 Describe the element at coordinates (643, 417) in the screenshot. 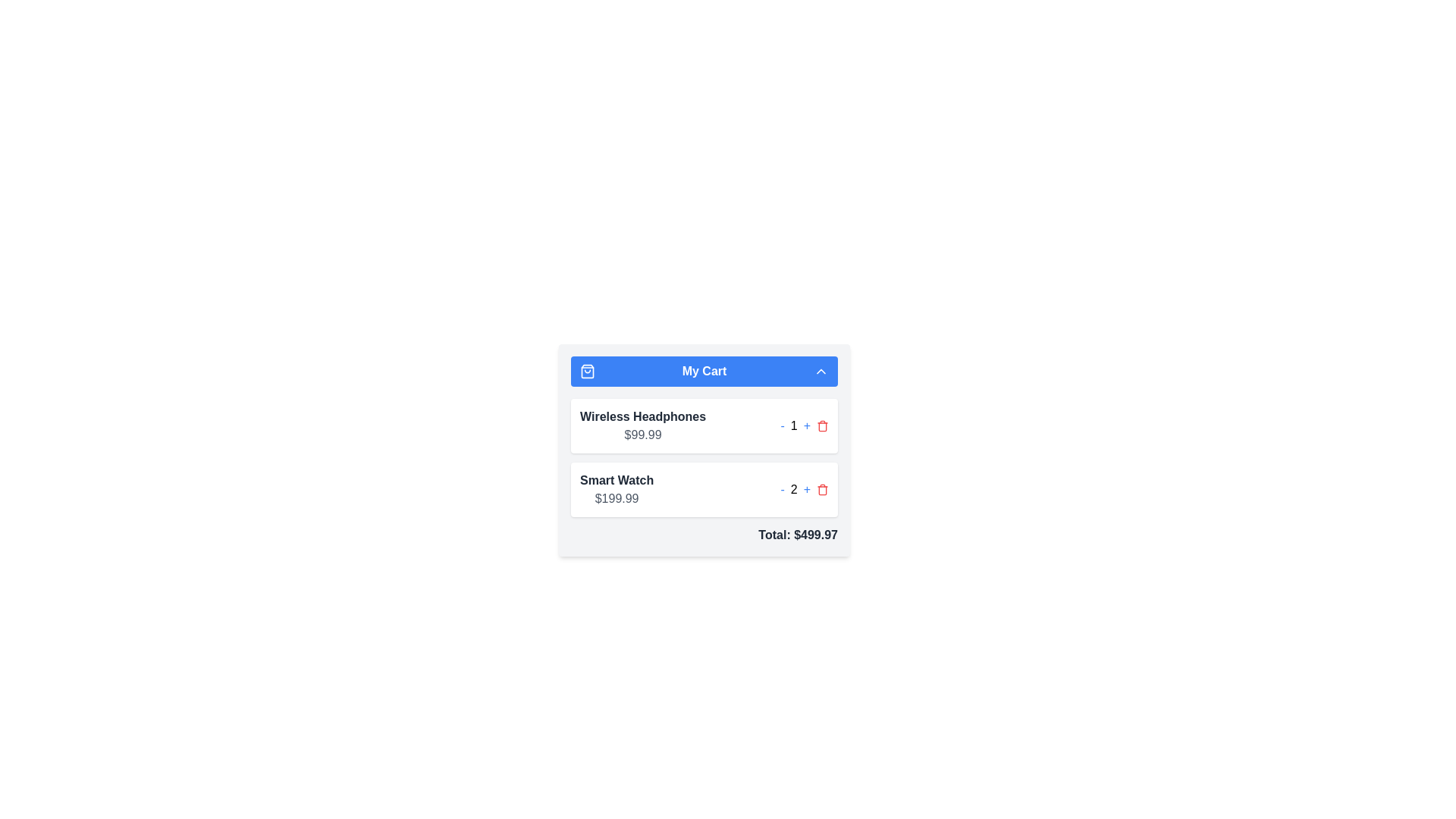

I see `the 'Wireless Headphones' text label, which is styled in bold grayish-black font and located at the top-left of the product card in the shopping cart interface` at that location.